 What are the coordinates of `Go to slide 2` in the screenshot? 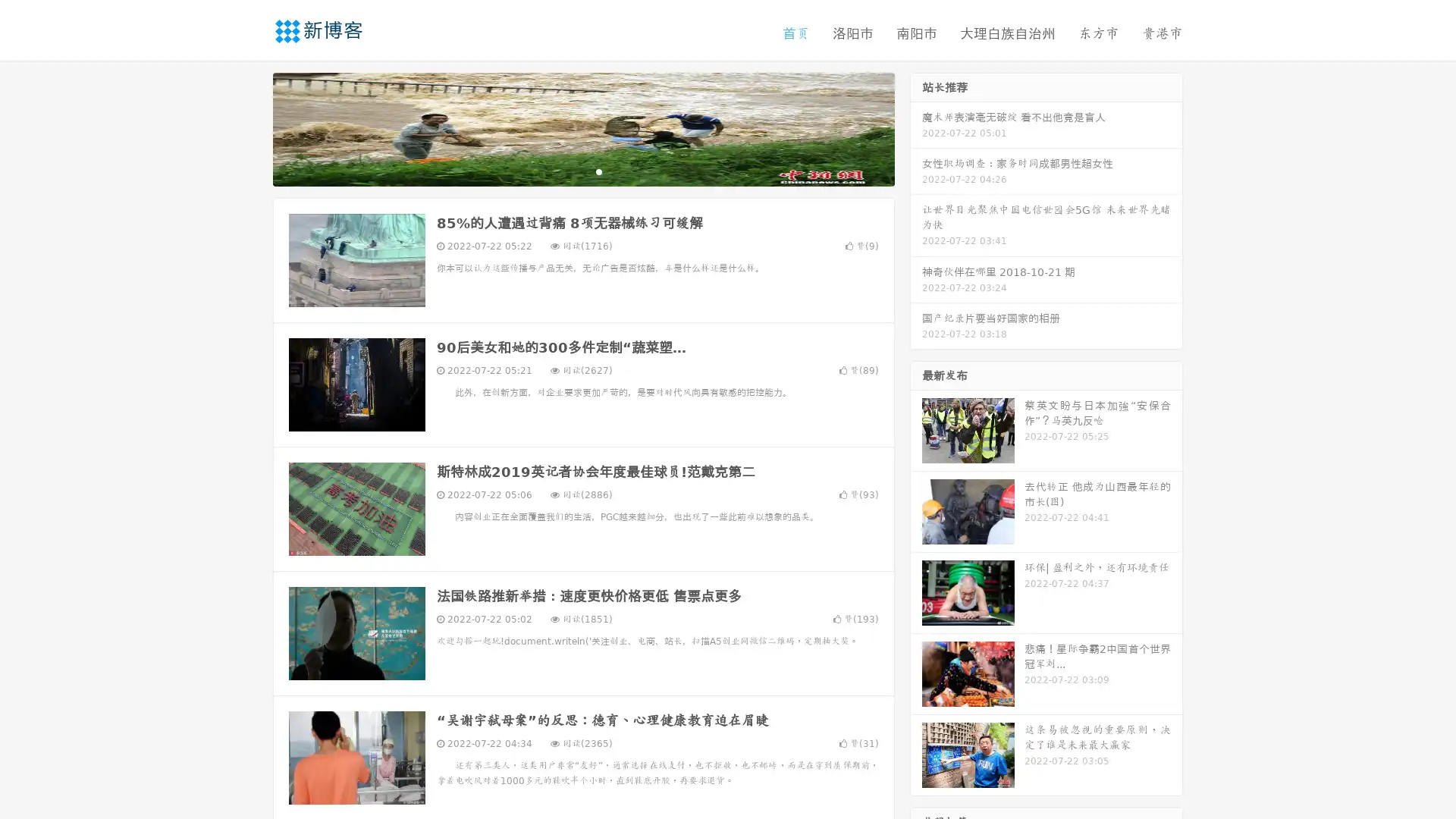 It's located at (582, 171).